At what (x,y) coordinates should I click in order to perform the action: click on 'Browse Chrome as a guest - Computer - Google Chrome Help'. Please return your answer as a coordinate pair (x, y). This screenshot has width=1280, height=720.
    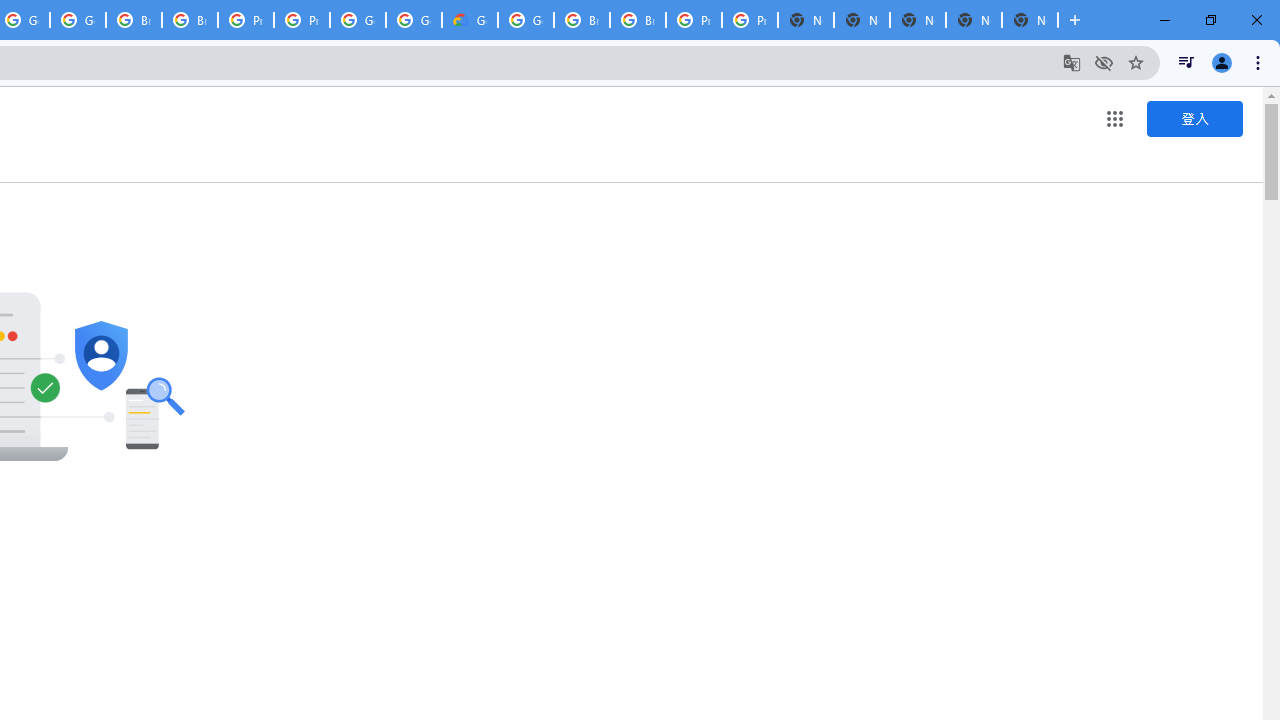
    Looking at the image, I should click on (581, 20).